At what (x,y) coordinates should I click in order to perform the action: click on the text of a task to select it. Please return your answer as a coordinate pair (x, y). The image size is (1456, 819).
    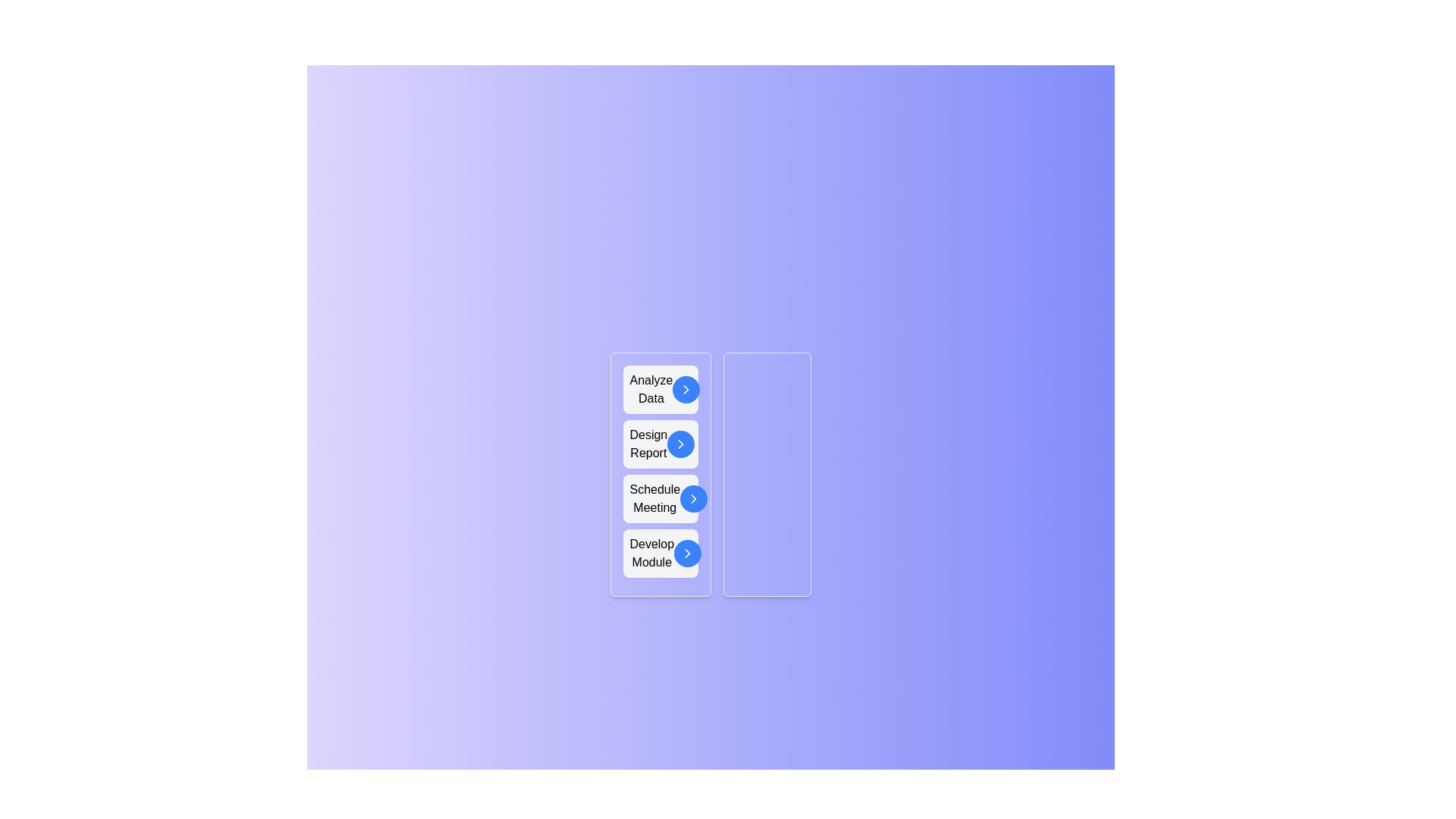
    Looking at the image, I should click on (651, 388).